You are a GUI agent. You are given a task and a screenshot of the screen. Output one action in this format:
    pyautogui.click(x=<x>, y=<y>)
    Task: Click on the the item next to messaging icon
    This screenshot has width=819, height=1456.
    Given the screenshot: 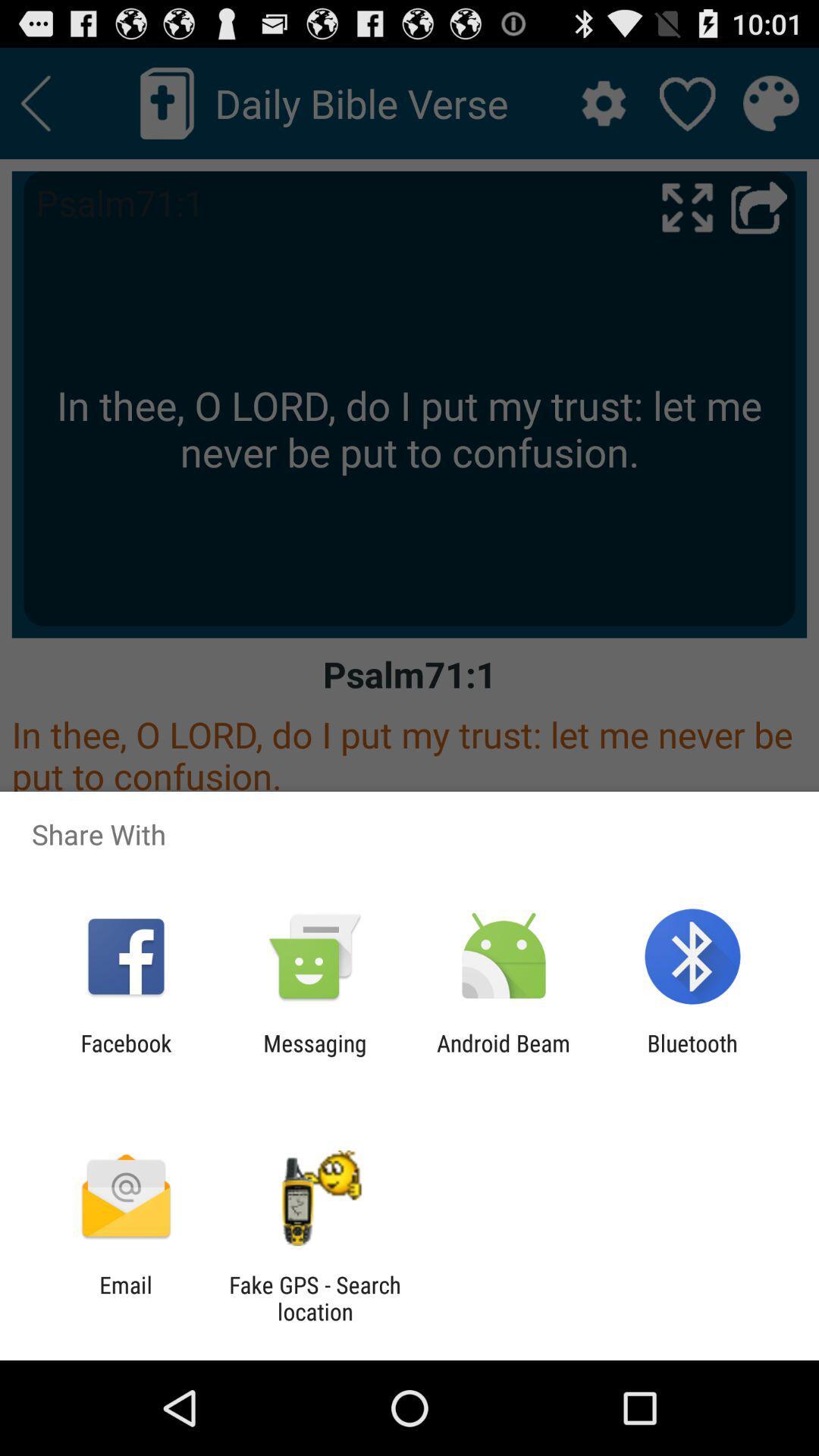 What is the action you would take?
    pyautogui.click(x=504, y=1056)
    